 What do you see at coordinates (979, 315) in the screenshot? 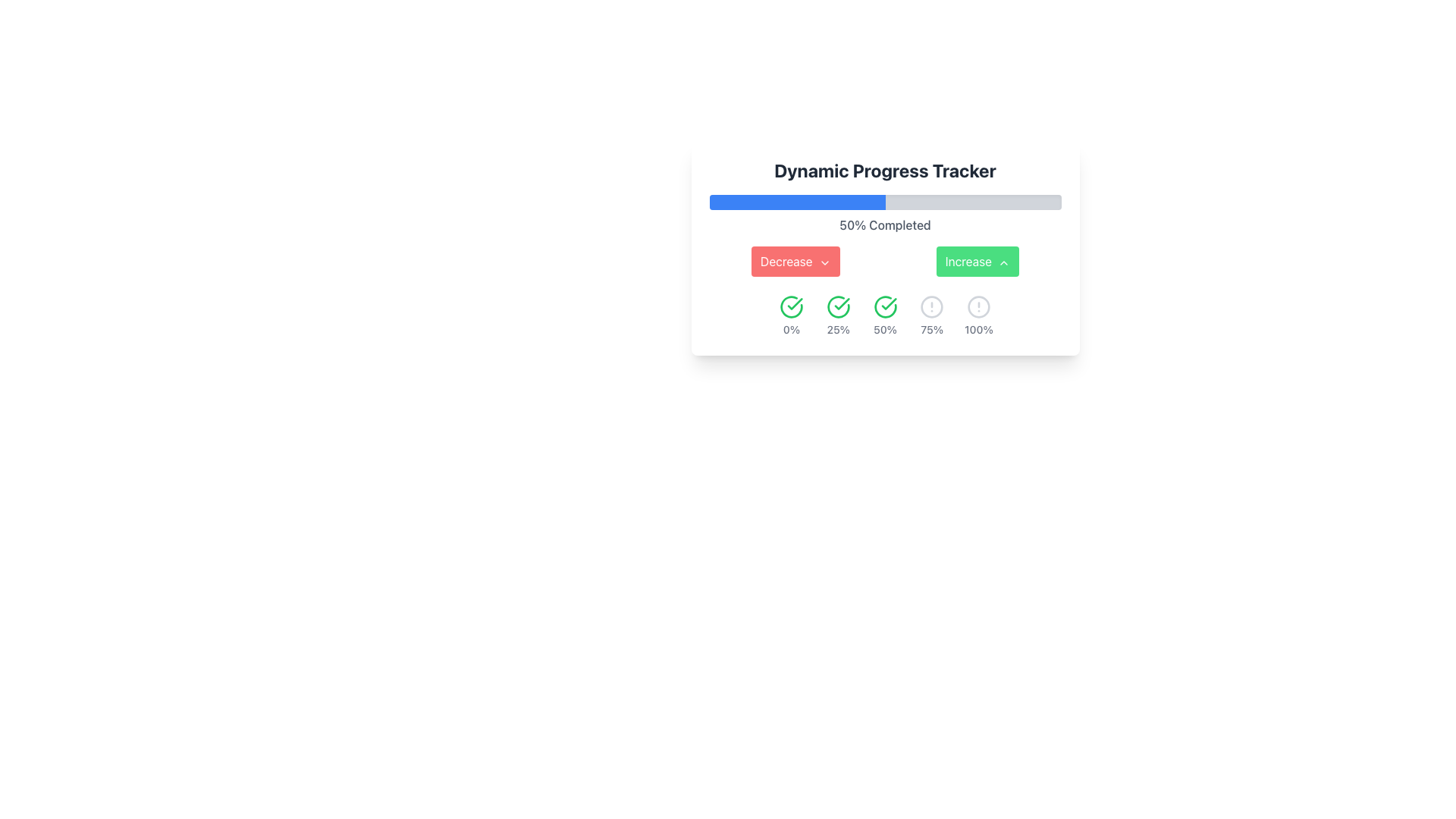
I see `the rounded circular icon displaying '100%' with a centered vertical exclamation mark, located on the far right of the completion percentage icons` at bounding box center [979, 315].